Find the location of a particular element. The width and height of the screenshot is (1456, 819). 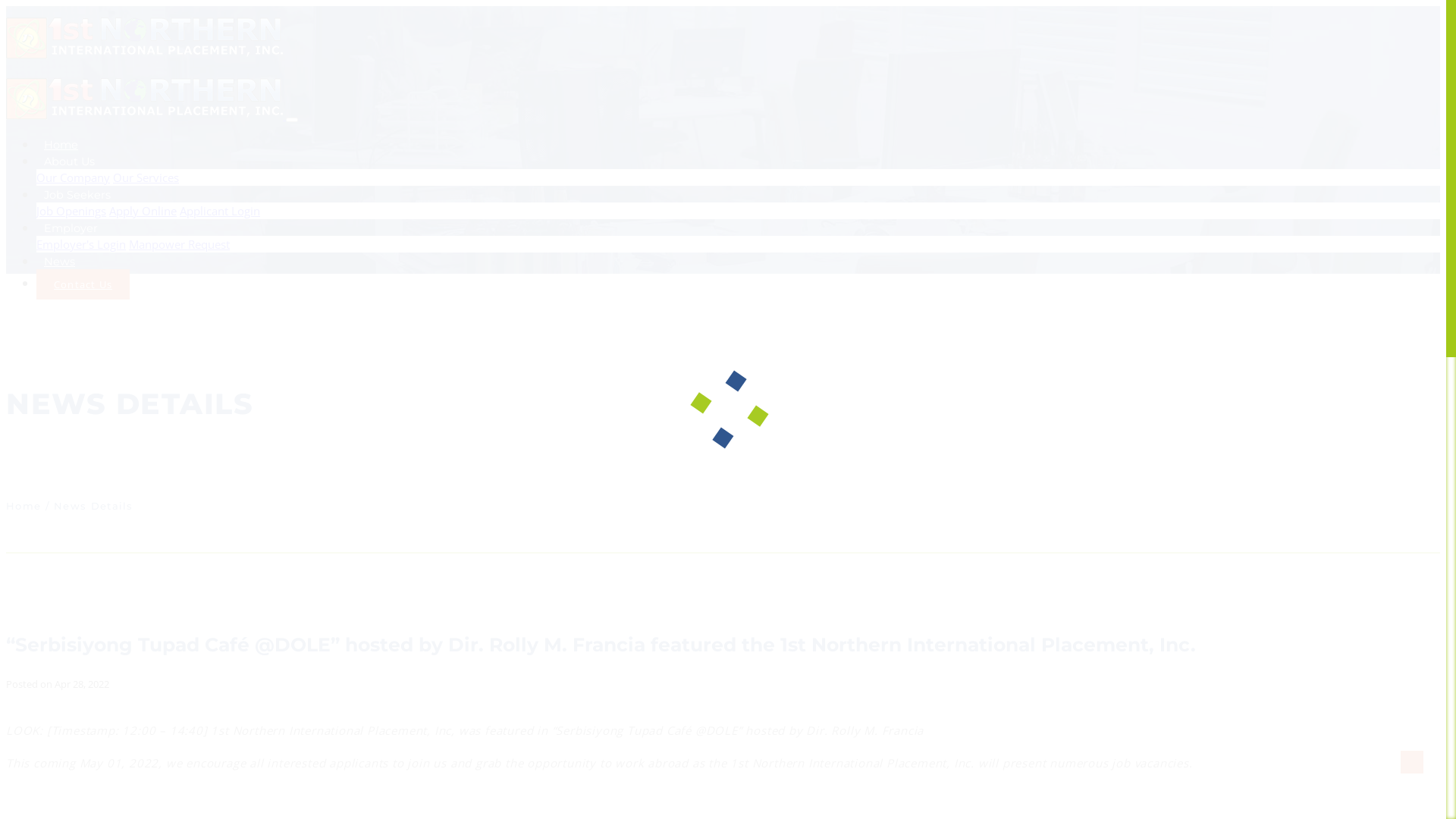

'Our Company' is located at coordinates (36, 177).